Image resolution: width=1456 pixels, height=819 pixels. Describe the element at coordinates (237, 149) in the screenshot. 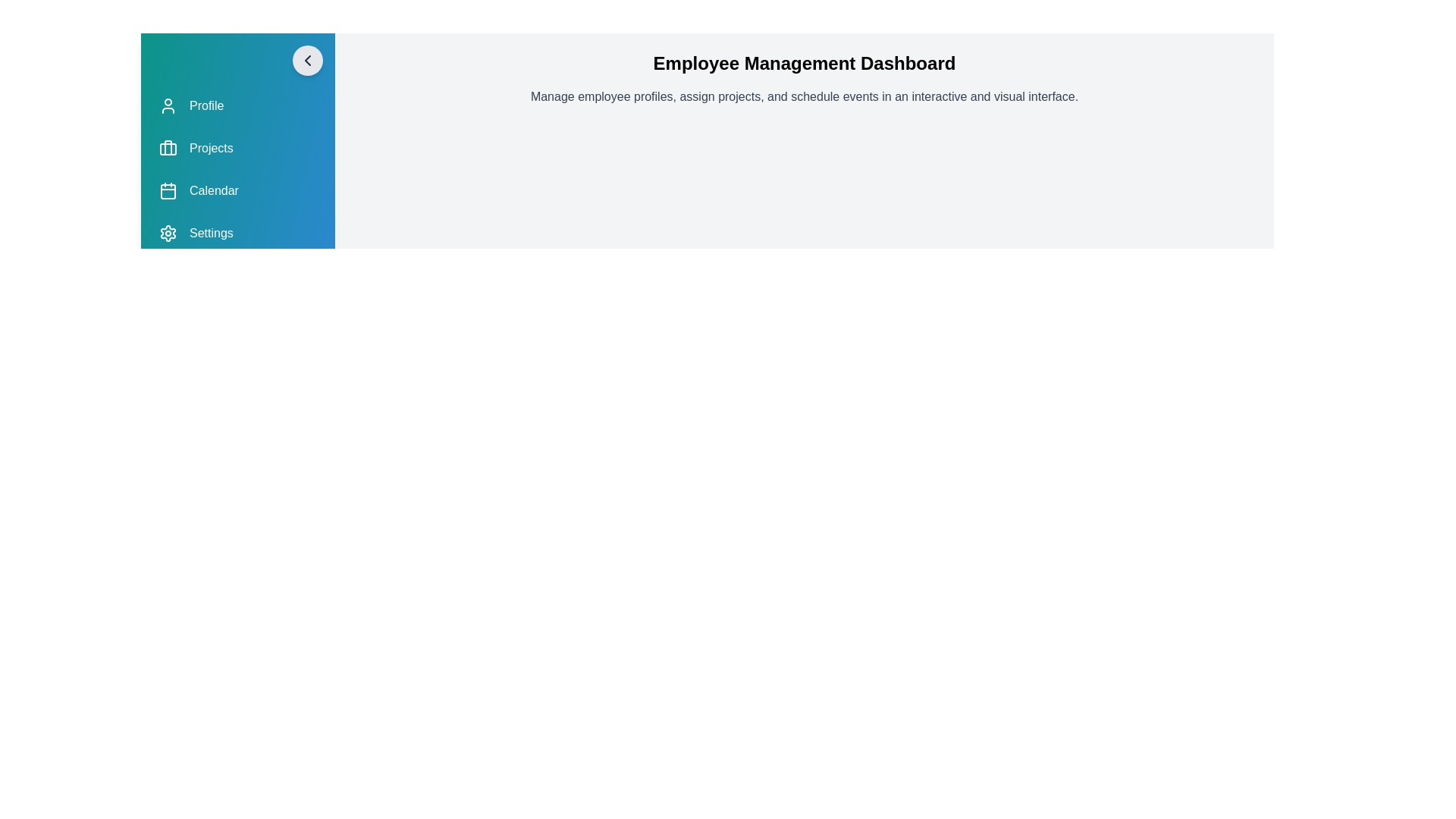

I see `the navigation item Projects from the drawer` at that location.